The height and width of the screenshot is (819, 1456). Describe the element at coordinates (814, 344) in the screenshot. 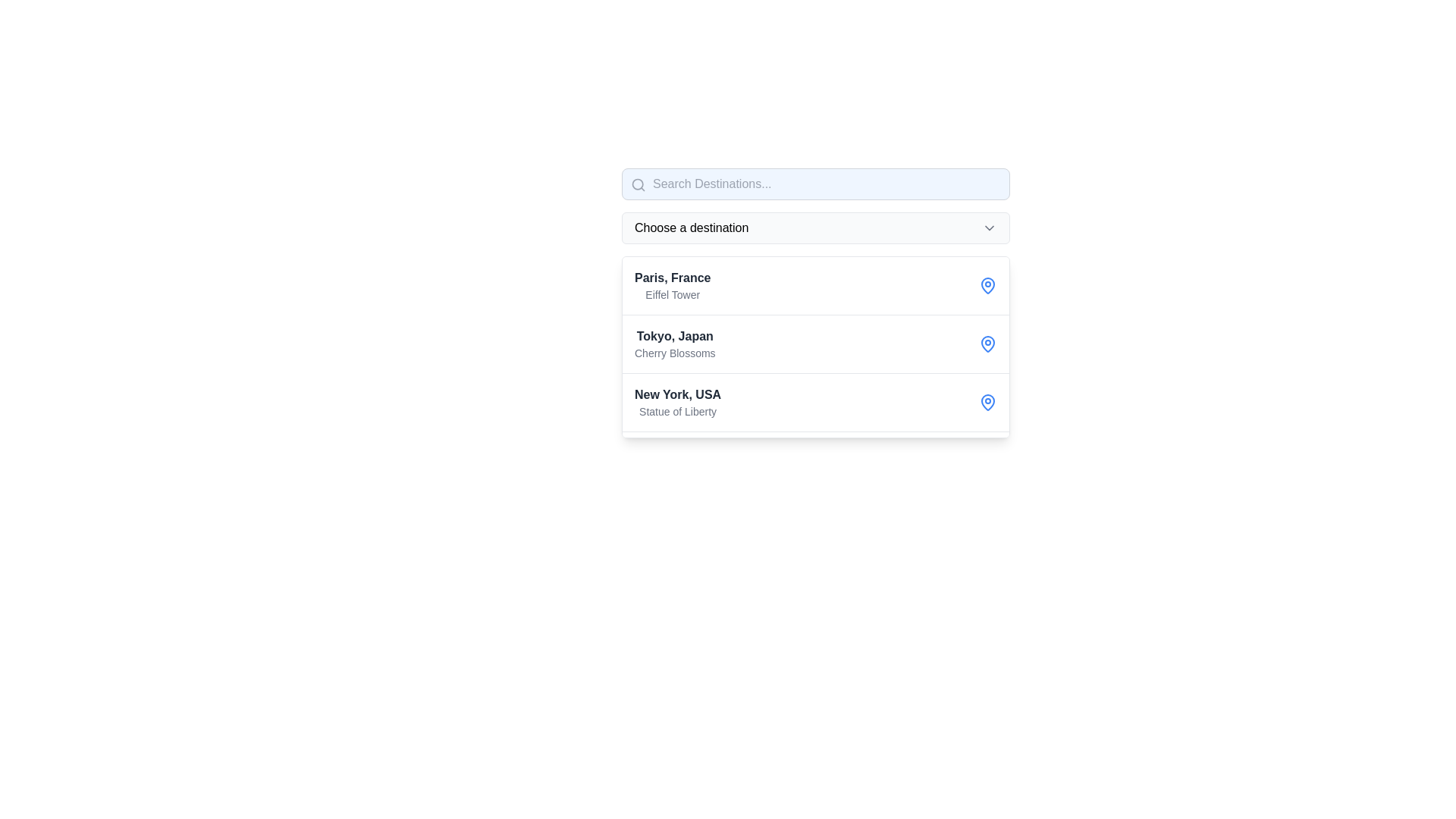

I see `the dropdown list item displaying 'Tokyo, Japan' and 'Cherry Blossoms'` at that location.